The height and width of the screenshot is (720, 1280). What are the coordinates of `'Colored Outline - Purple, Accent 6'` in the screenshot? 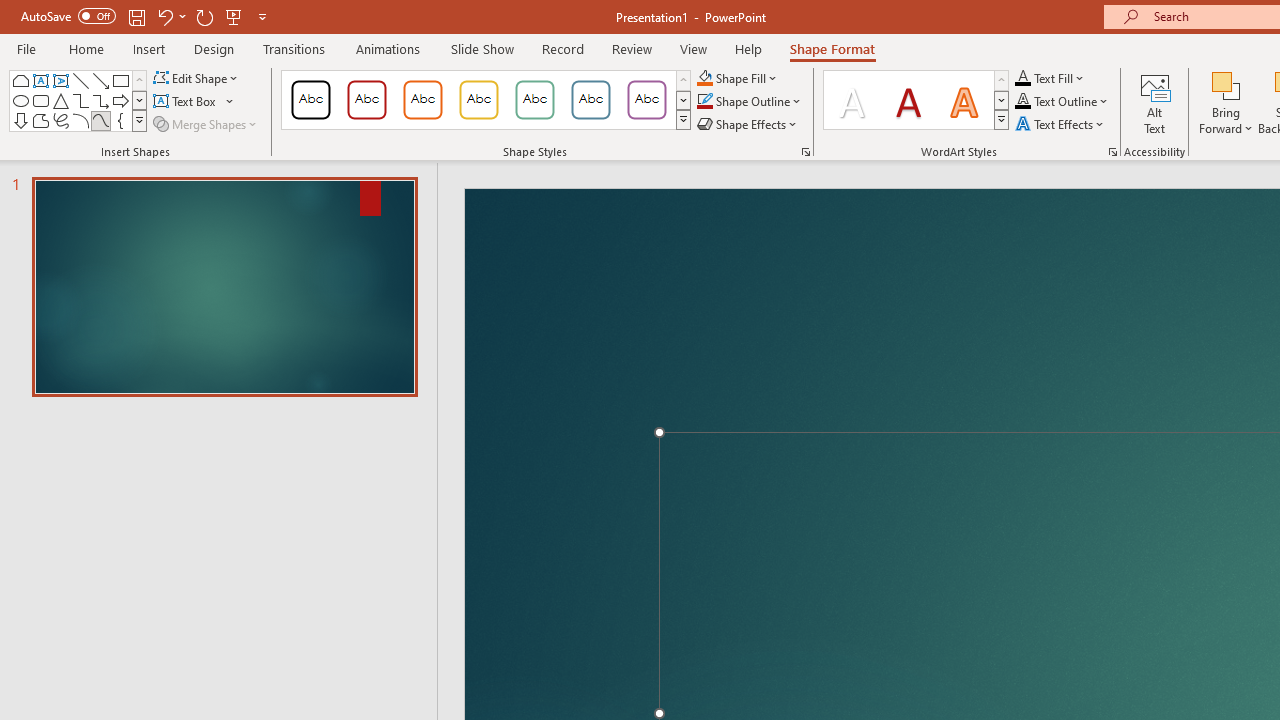 It's located at (647, 100).